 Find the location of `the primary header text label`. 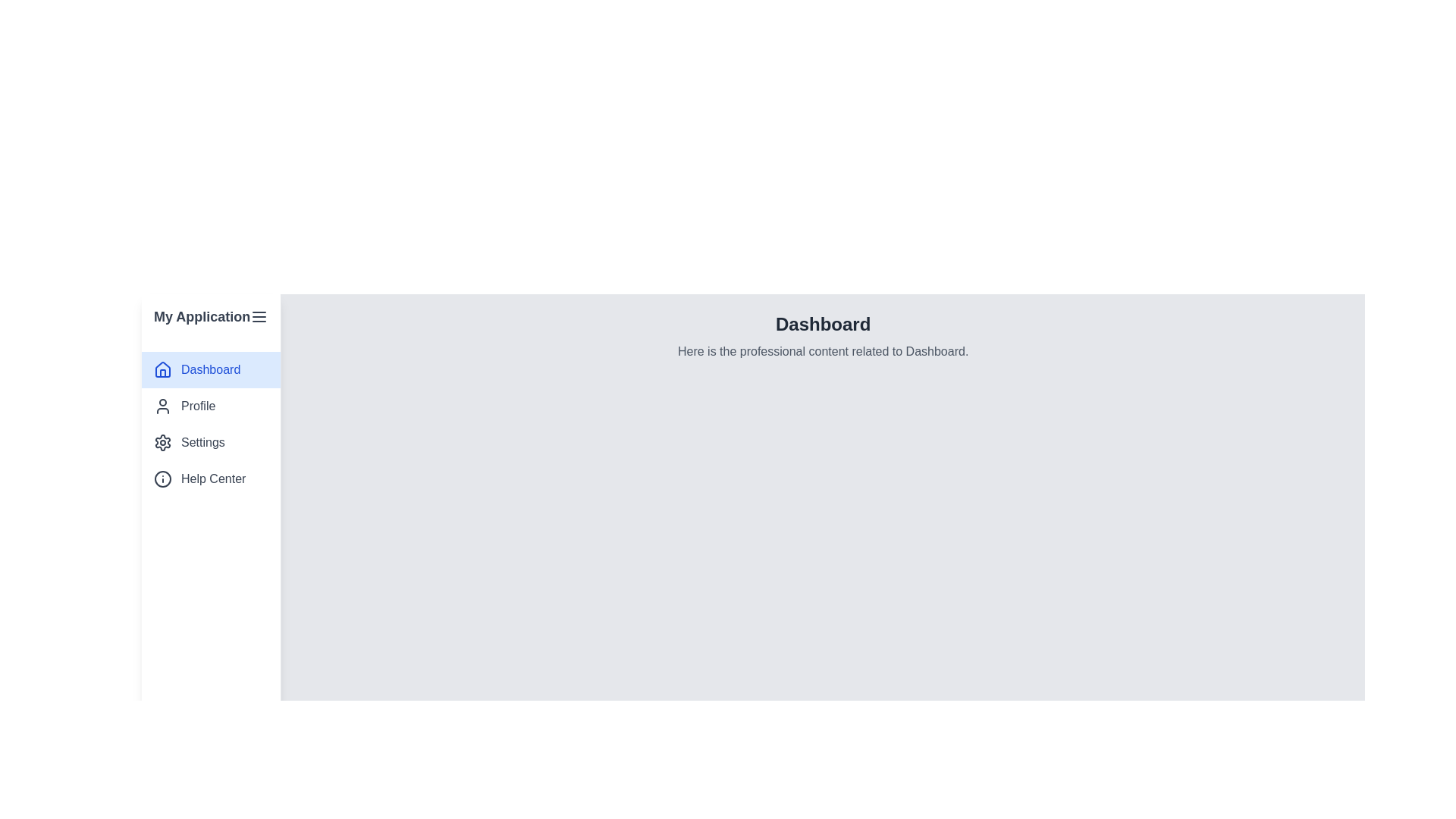

the primary header text label is located at coordinates (822, 324).